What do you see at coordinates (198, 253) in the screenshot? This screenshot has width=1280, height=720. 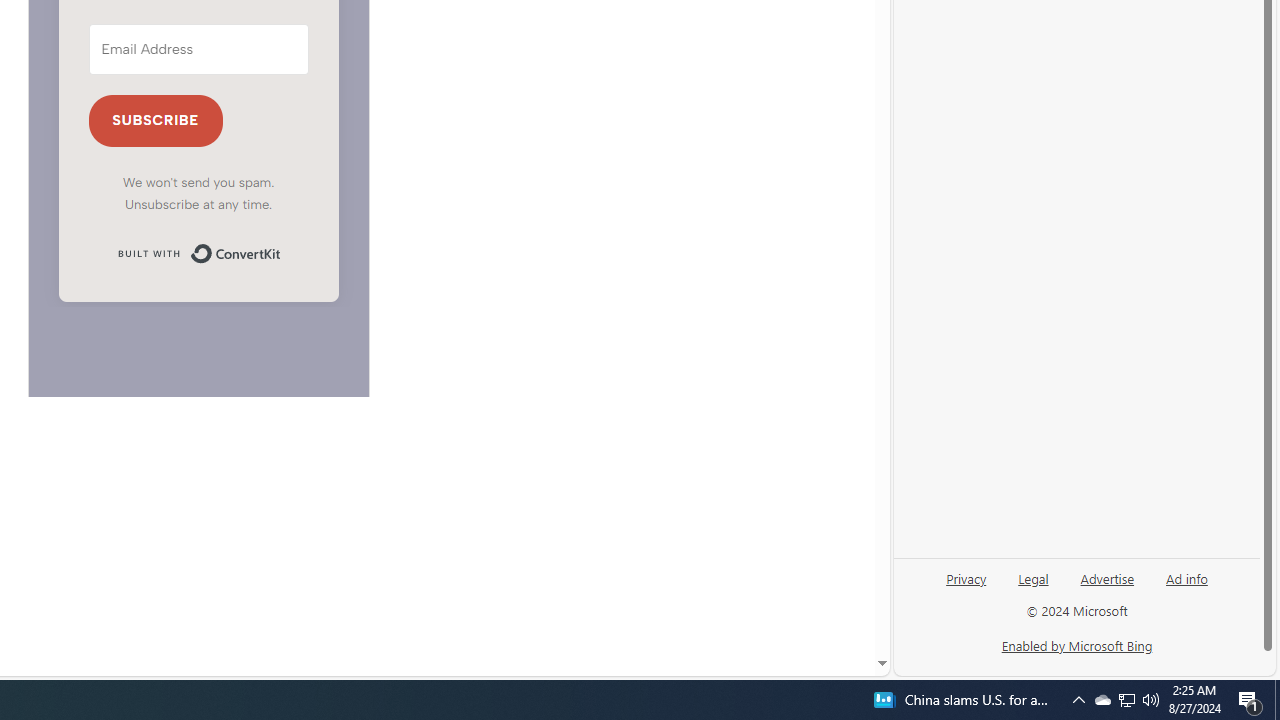 I see `'Built with ConvertKit'` at bounding box center [198, 253].